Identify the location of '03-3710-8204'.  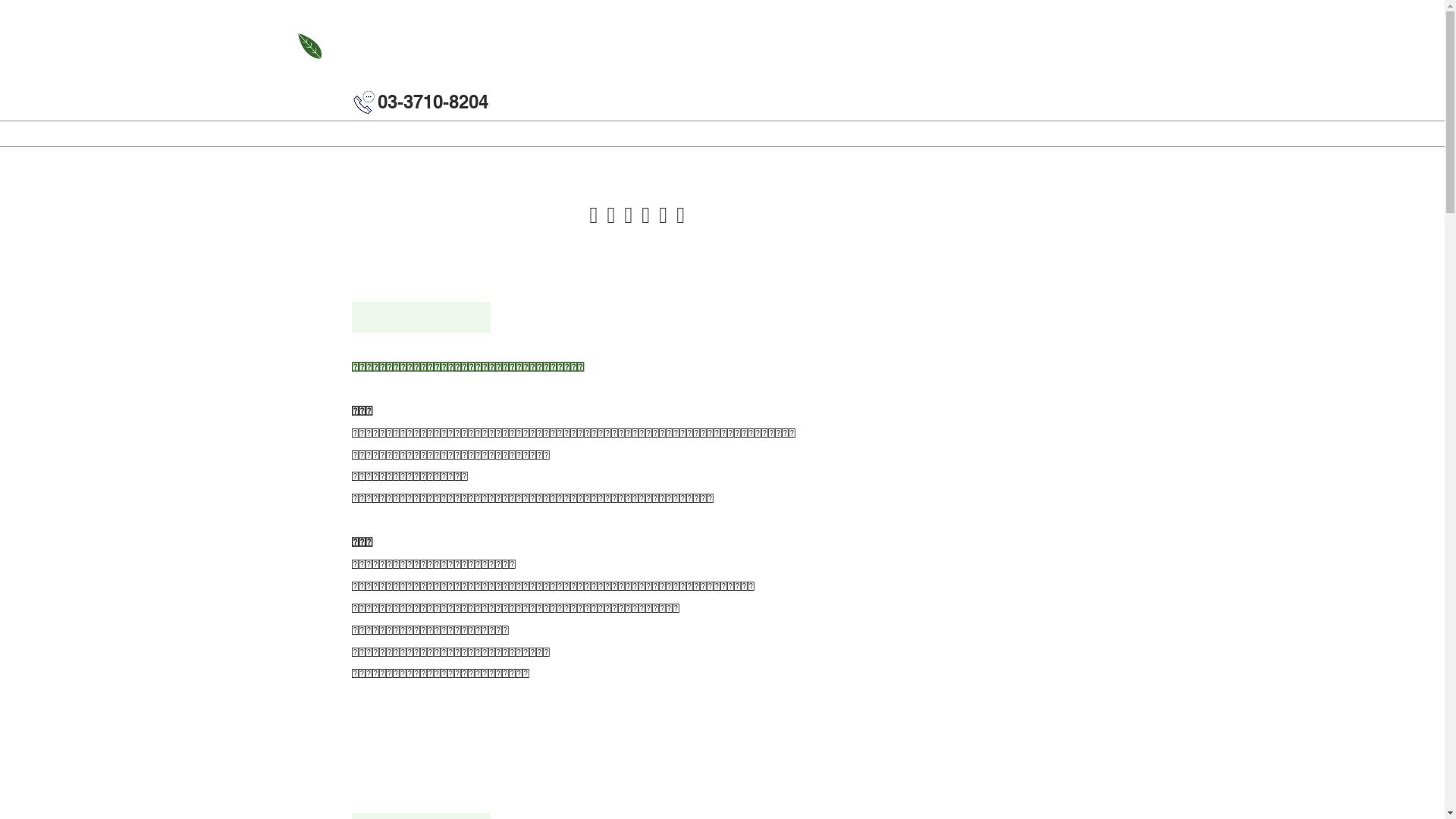
(378, 102).